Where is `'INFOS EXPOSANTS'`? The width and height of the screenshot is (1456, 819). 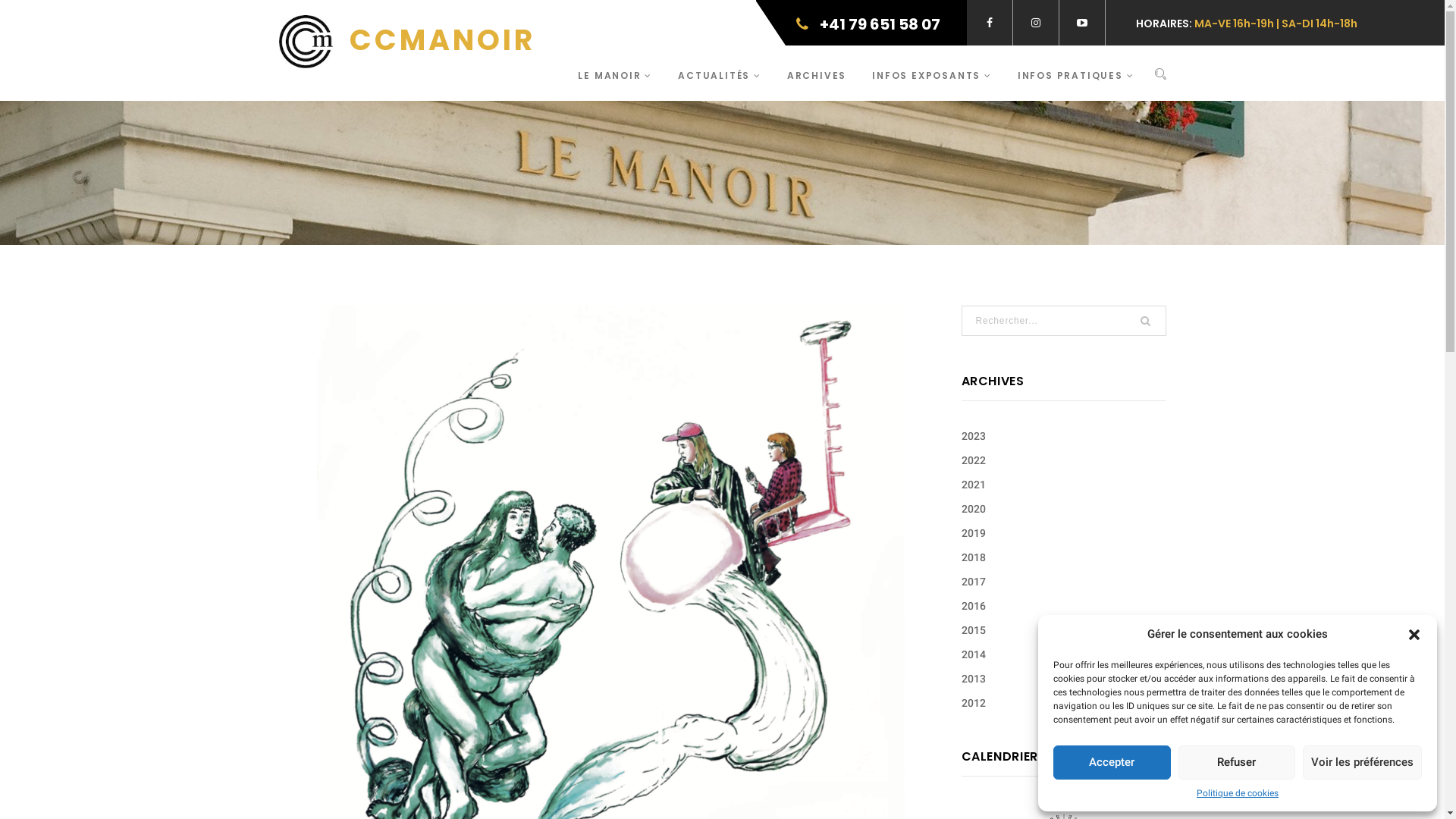 'INFOS EXPOSANTS' is located at coordinates (930, 73).